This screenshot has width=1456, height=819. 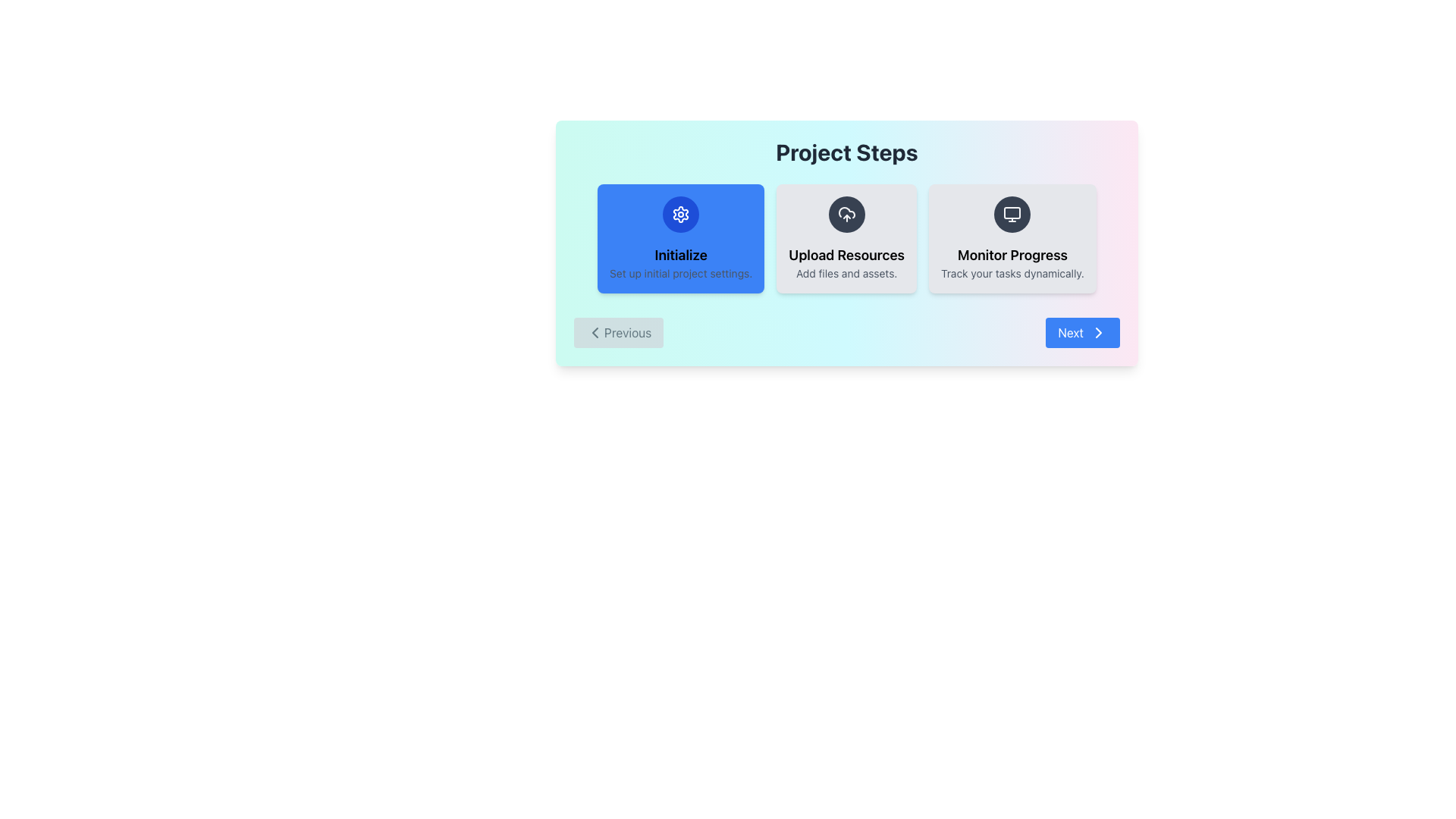 What do you see at coordinates (846, 262) in the screenshot?
I see `text block labeled 'Upload Resources' that contains instructions to 'Add files and assets.' This text block is the second in a series of three sections in the 'Project Steps' interface` at bounding box center [846, 262].